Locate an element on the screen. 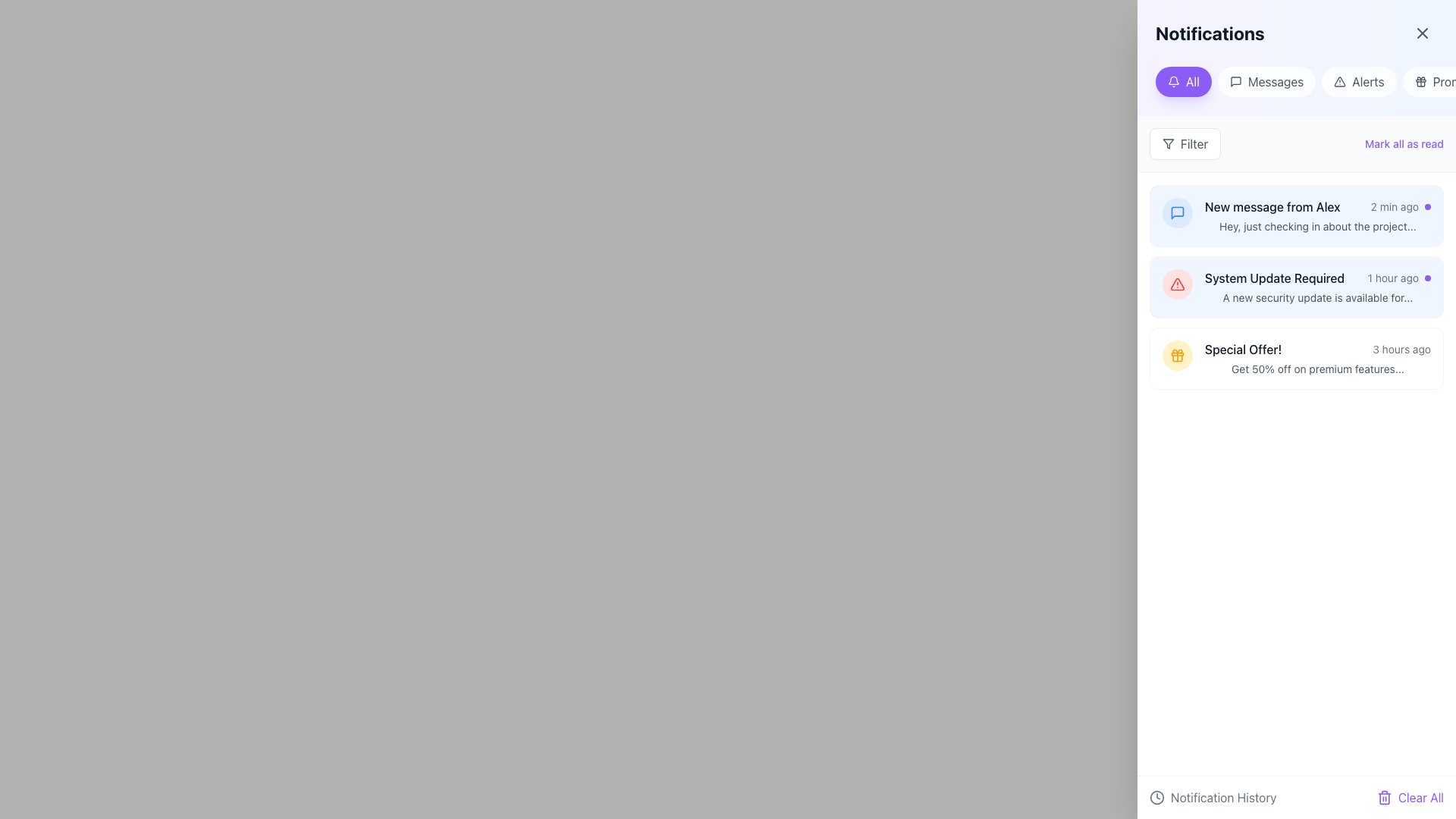 Image resolution: width=1456 pixels, height=819 pixels. the pin icon located in the notification card next to 'New message from Alex' is located at coordinates (1388, 216).